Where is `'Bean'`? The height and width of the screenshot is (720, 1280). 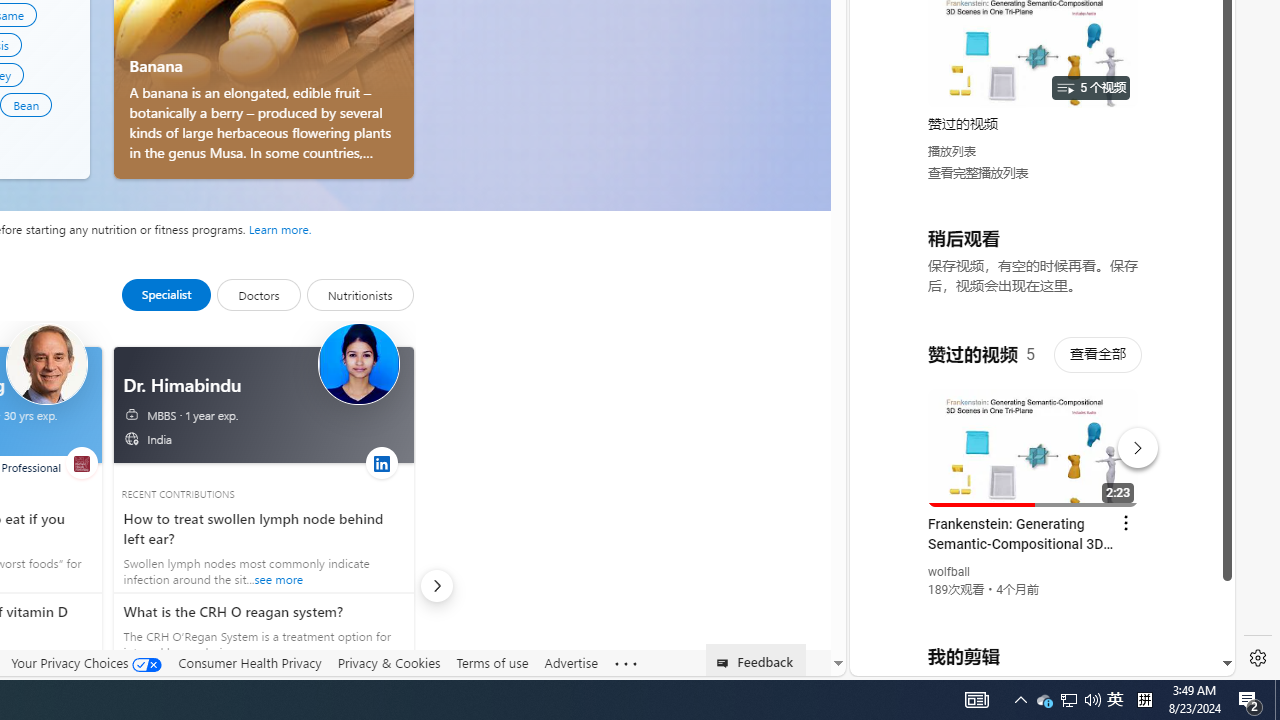
'Bean' is located at coordinates (26, 104).